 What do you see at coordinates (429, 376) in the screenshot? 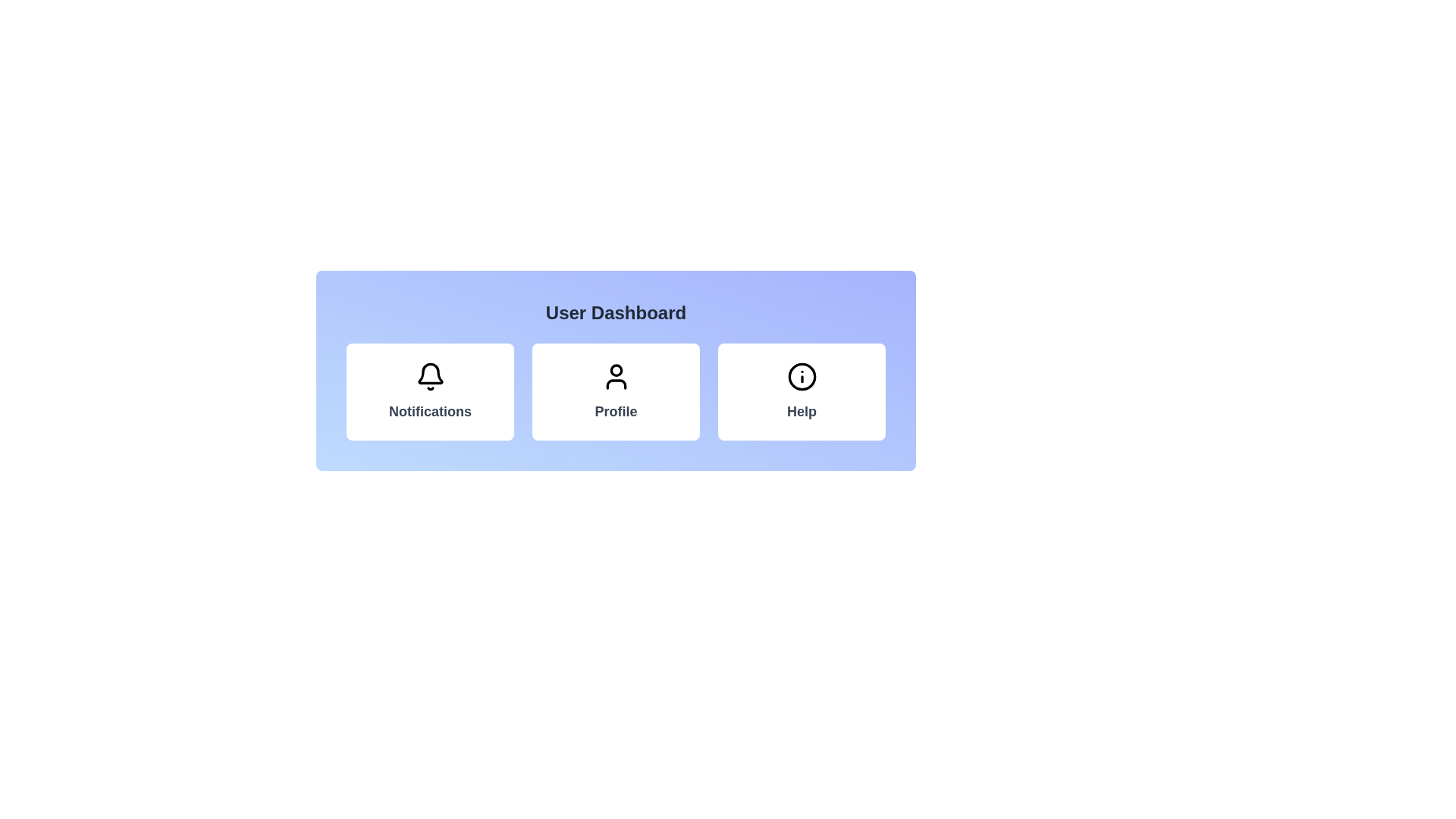
I see `the notifications icon located at the top section of the 'Notifications' card` at bounding box center [429, 376].